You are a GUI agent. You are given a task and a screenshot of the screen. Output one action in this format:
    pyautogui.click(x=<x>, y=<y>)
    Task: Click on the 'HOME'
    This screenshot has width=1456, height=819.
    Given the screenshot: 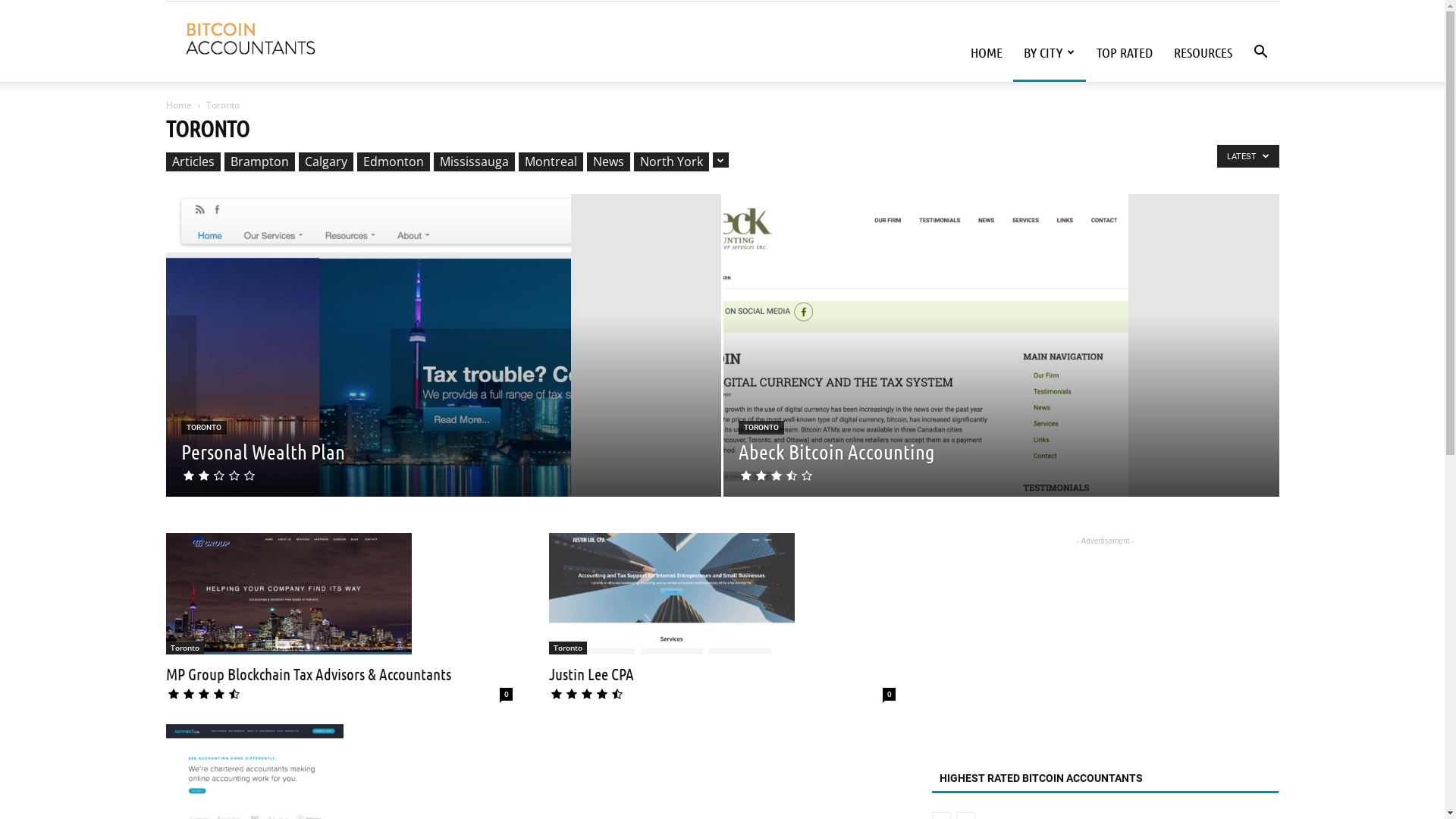 What is the action you would take?
    pyautogui.click(x=986, y=52)
    